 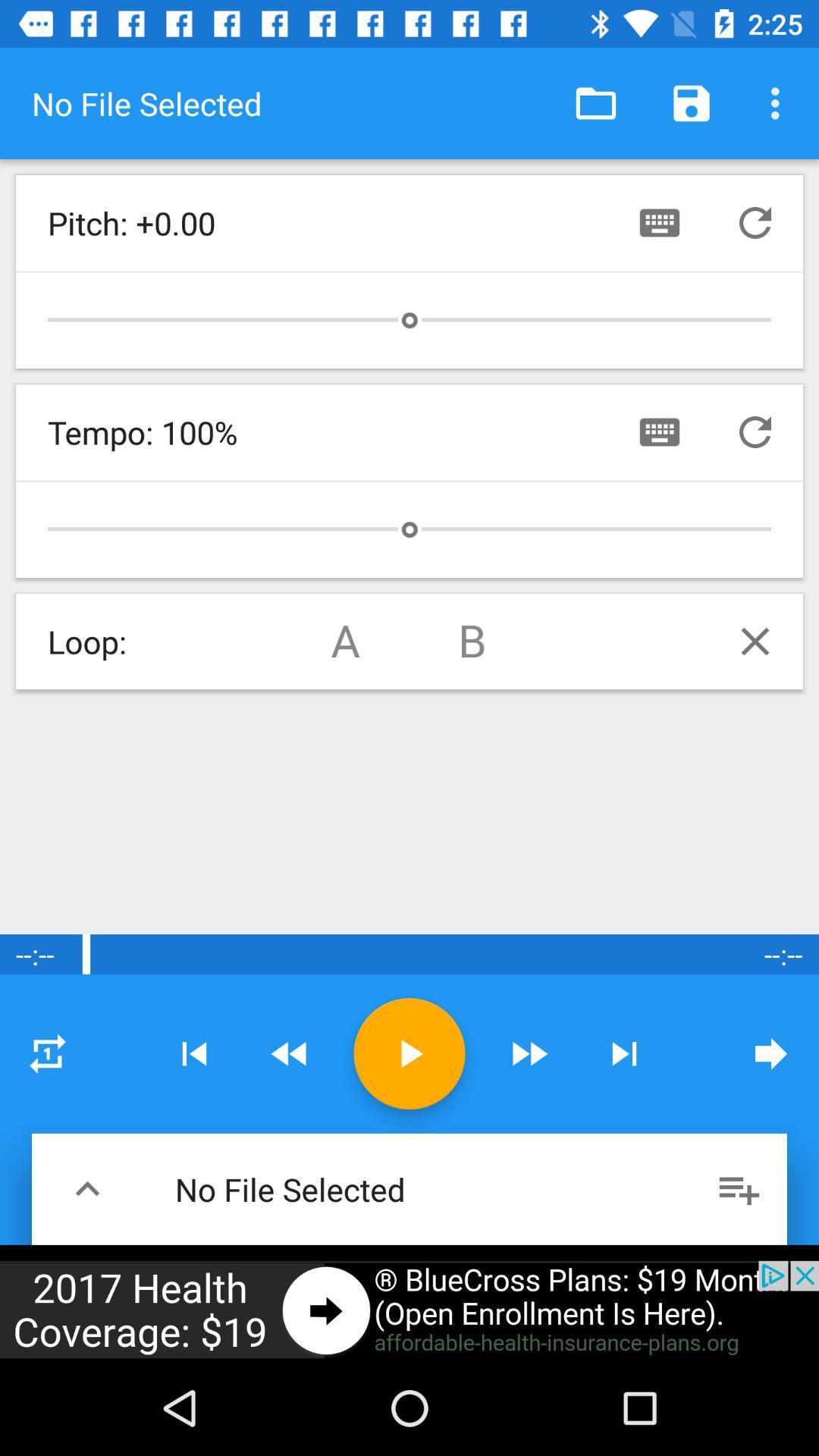 I want to click on previous, so click(x=193, y=1053).